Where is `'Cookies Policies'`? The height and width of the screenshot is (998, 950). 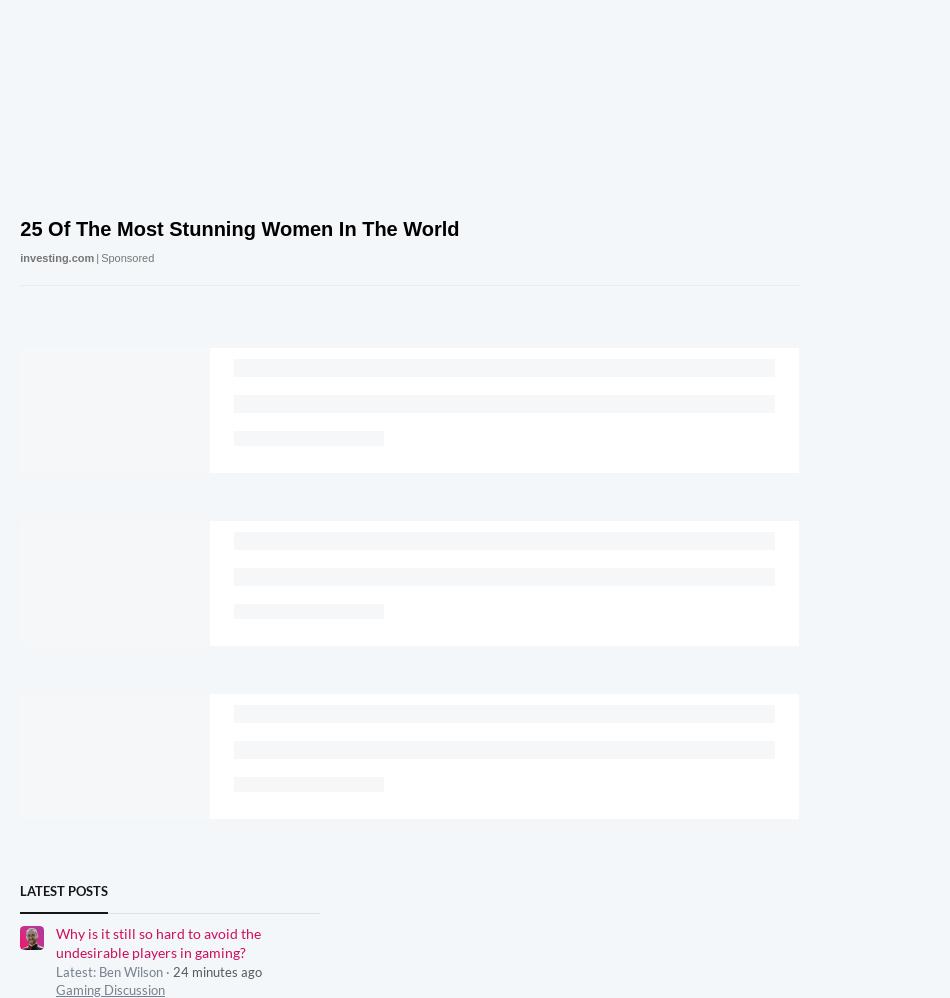
'Cookies Policies' is located at coordinates (398, 973).